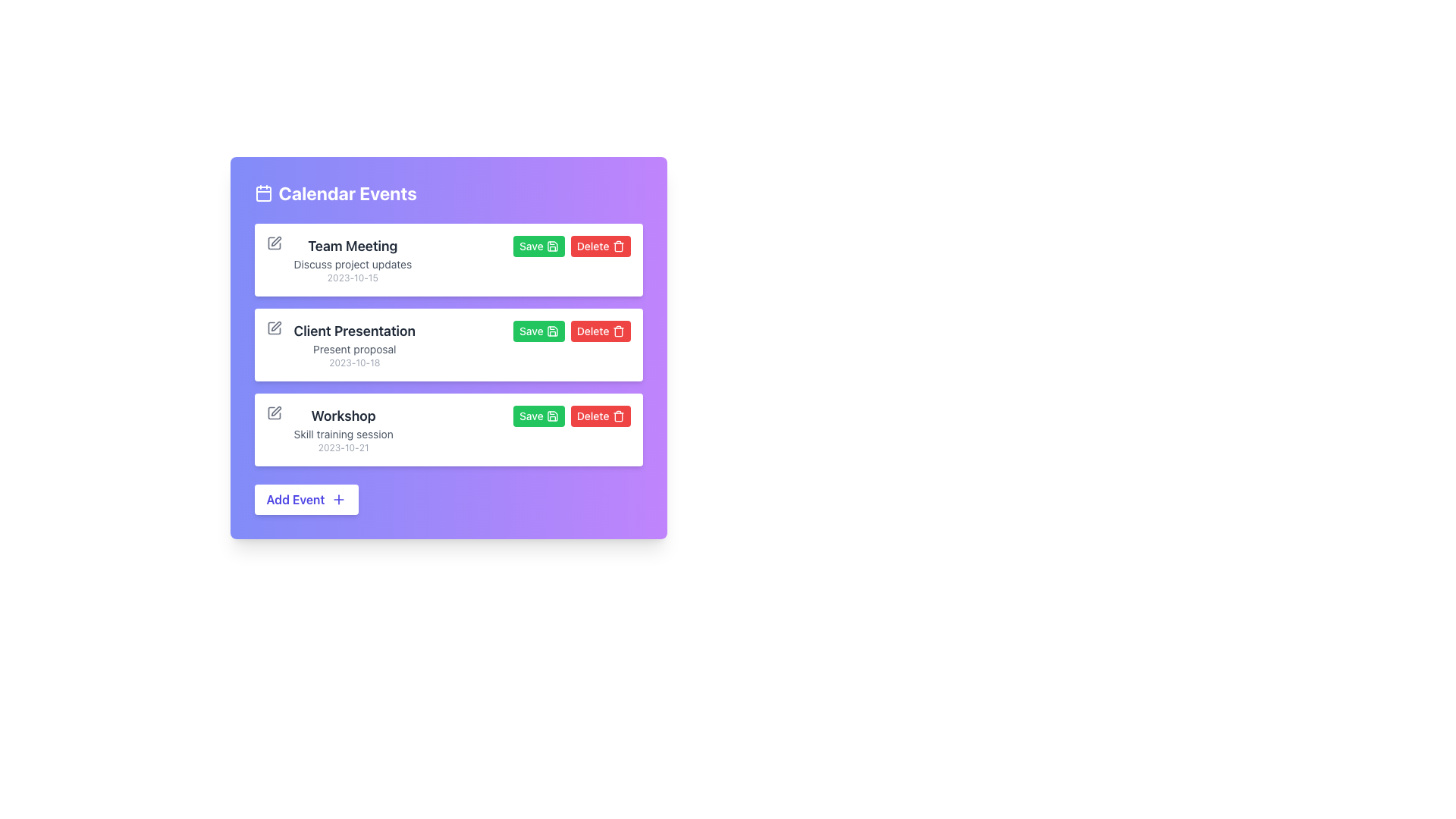 This screenshot has width=1456, height=819. Describe the element at coordinates (618, 245) in the screenshot. I see `the delete action icon located at the rightmost side of the 'Delete' button for the calendar event entry` at that location.